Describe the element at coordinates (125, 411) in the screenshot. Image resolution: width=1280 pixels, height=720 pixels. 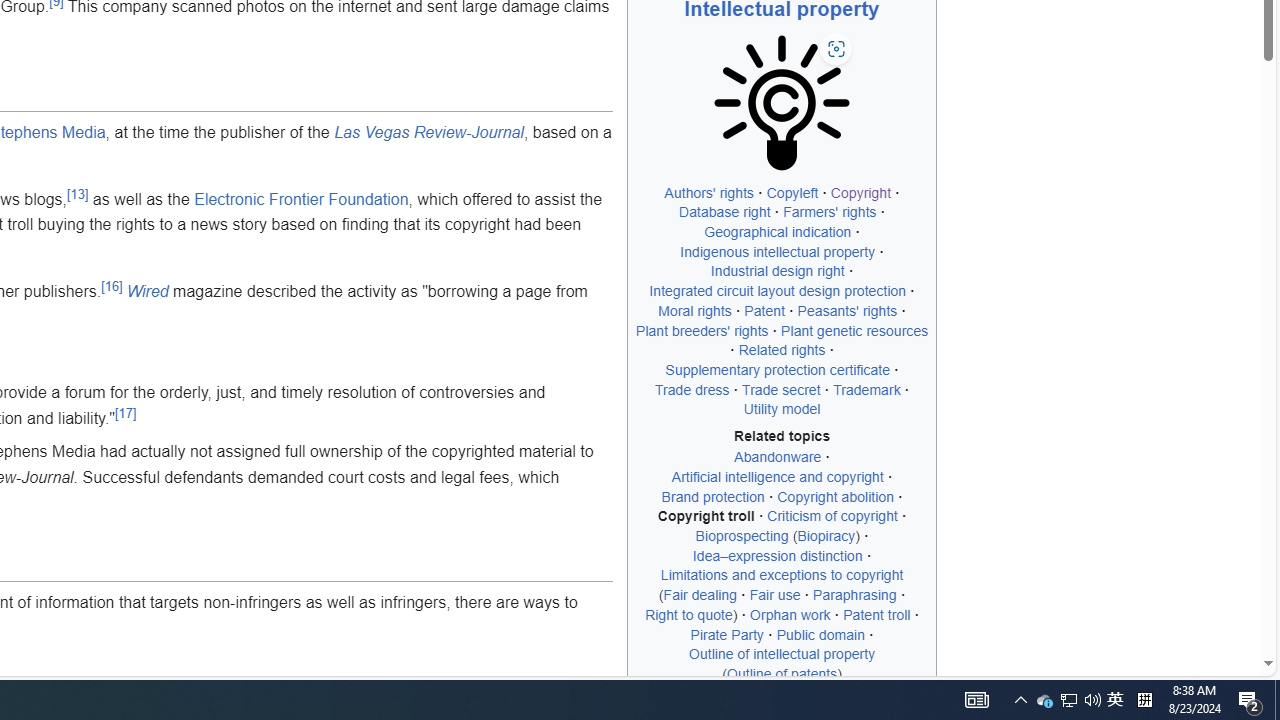
I see `'[17]'` at that location.